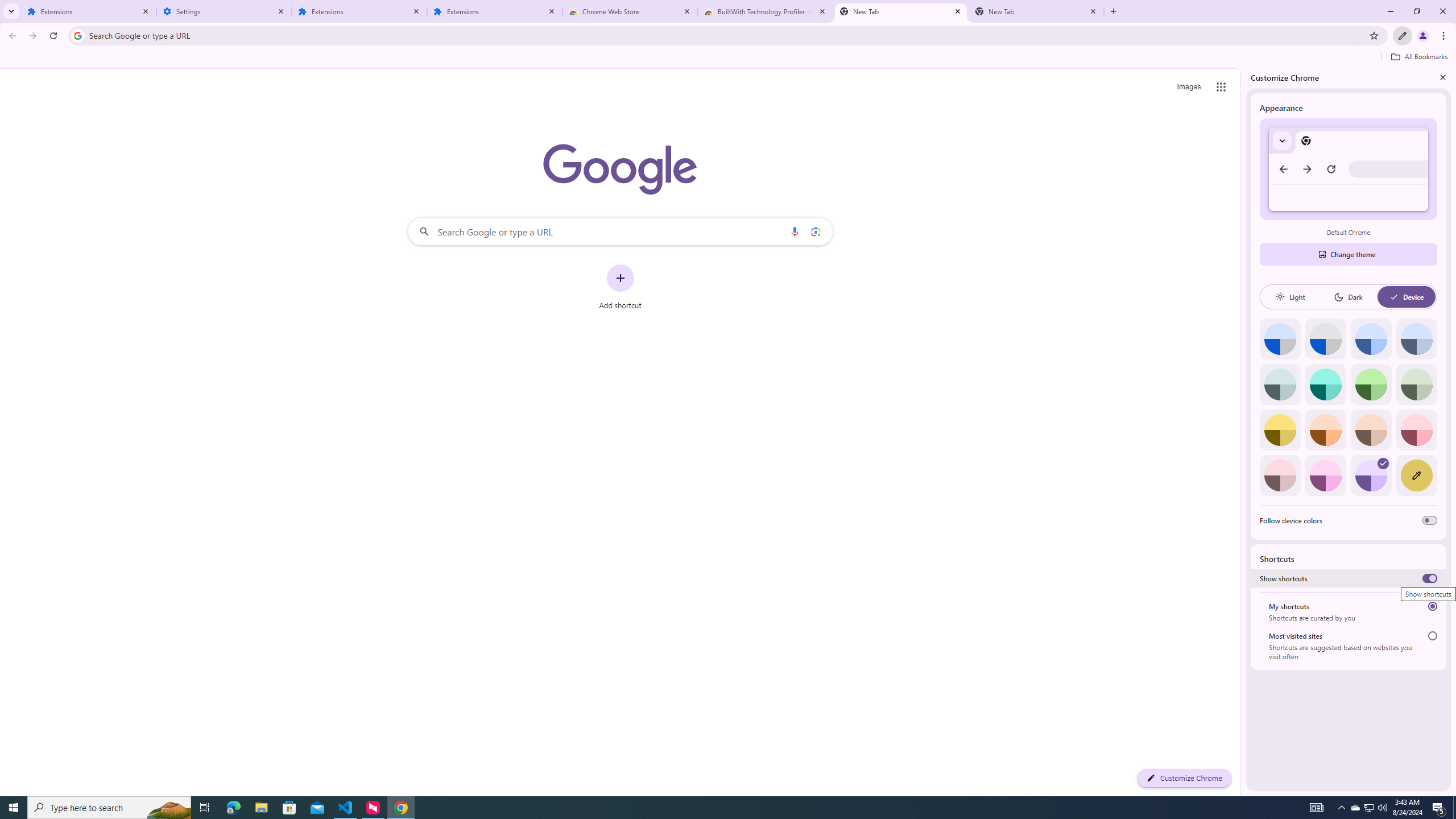 The width and height of the screenshot is (1456, 819). Describe the element at coordinates (1325, 338) in the screenshot. I see `'Grey default color'` at that location.